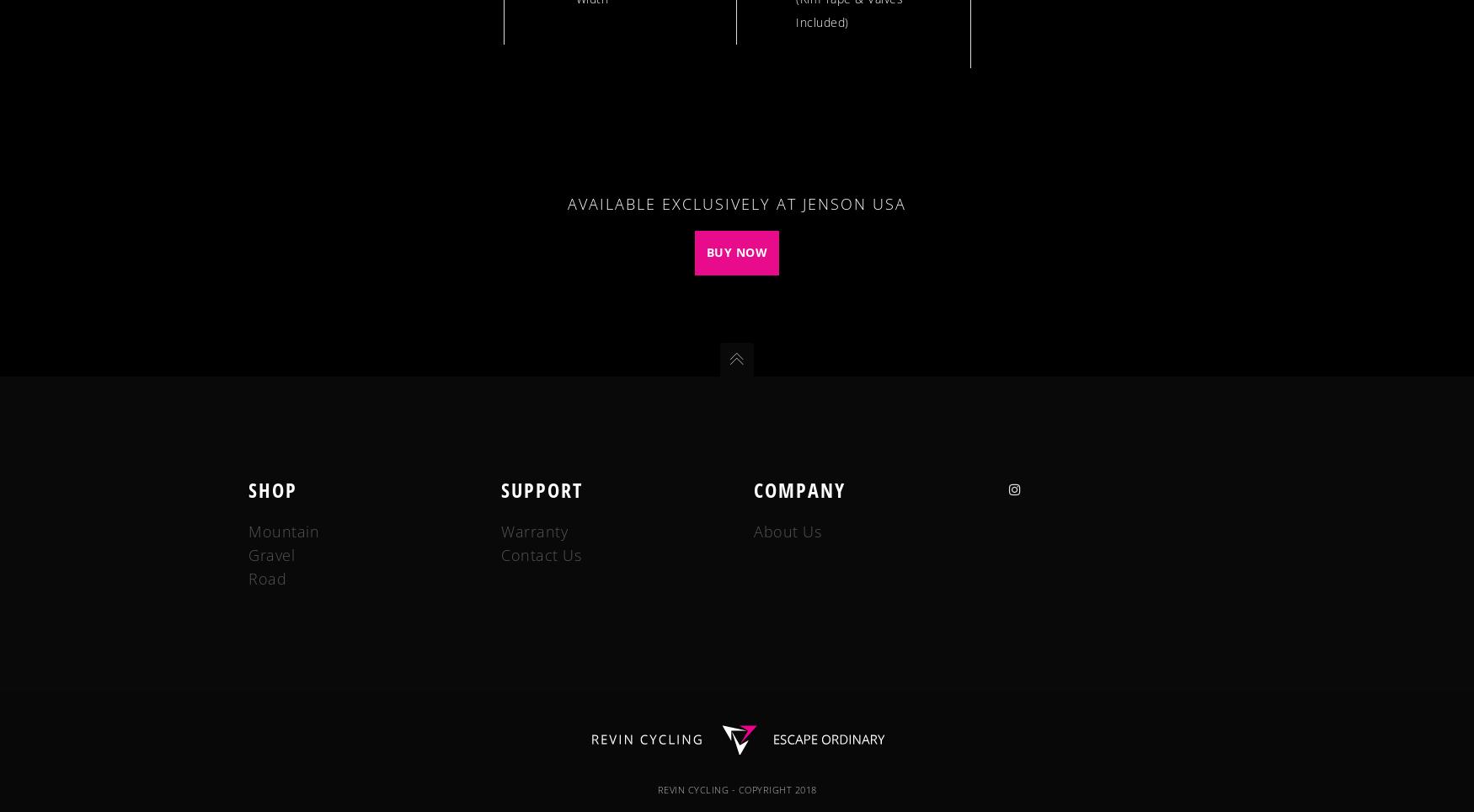  I want to click on 'SHOP', so click(272, 488).